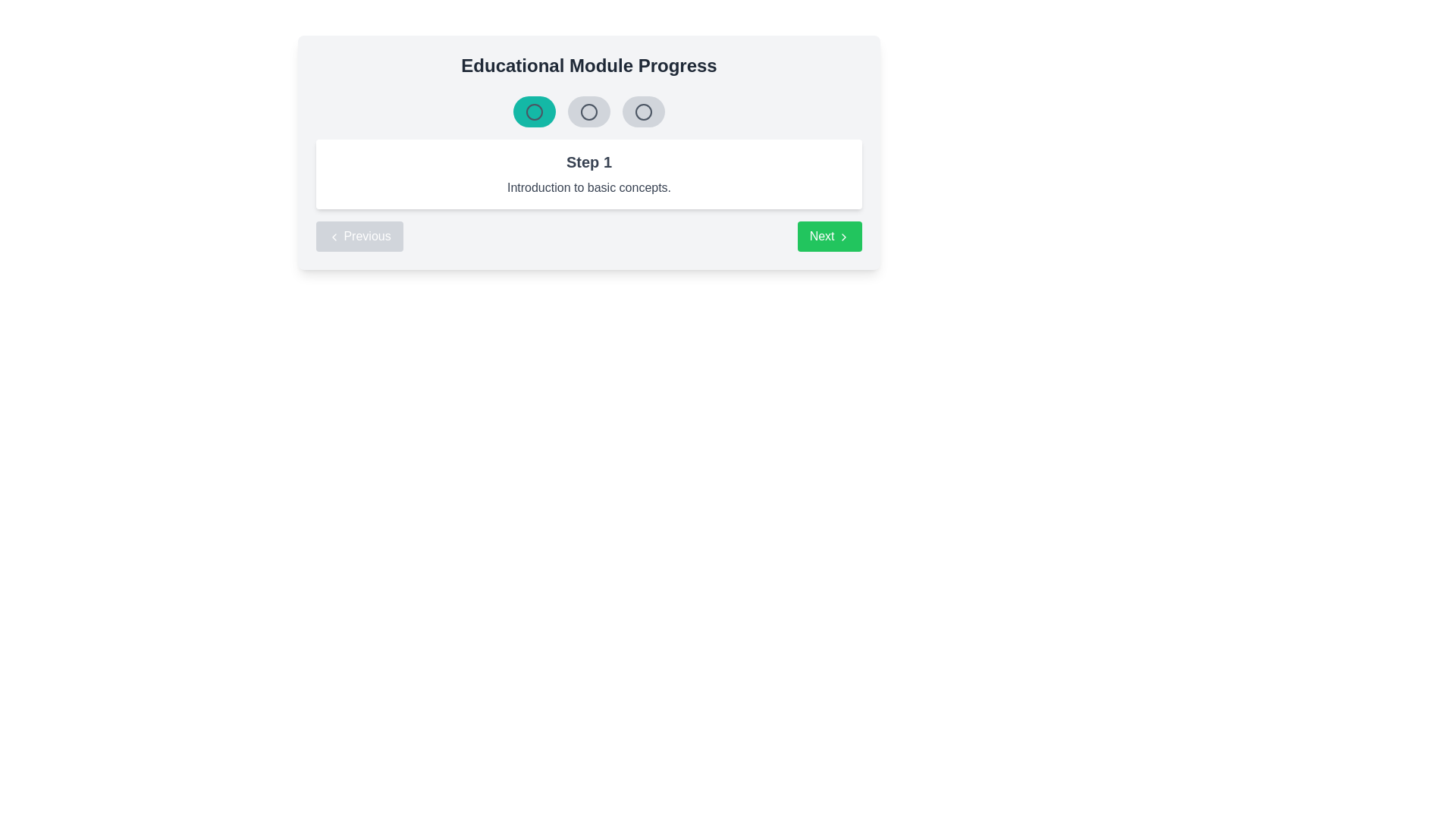  Describe the element at coordinates (644, 110) in the screenshot. I see `the circular progress indicator button with a gray background, located inline with two other similar buttons above 'Step 1' and below the header 'Educational Module Progress'` at that location.